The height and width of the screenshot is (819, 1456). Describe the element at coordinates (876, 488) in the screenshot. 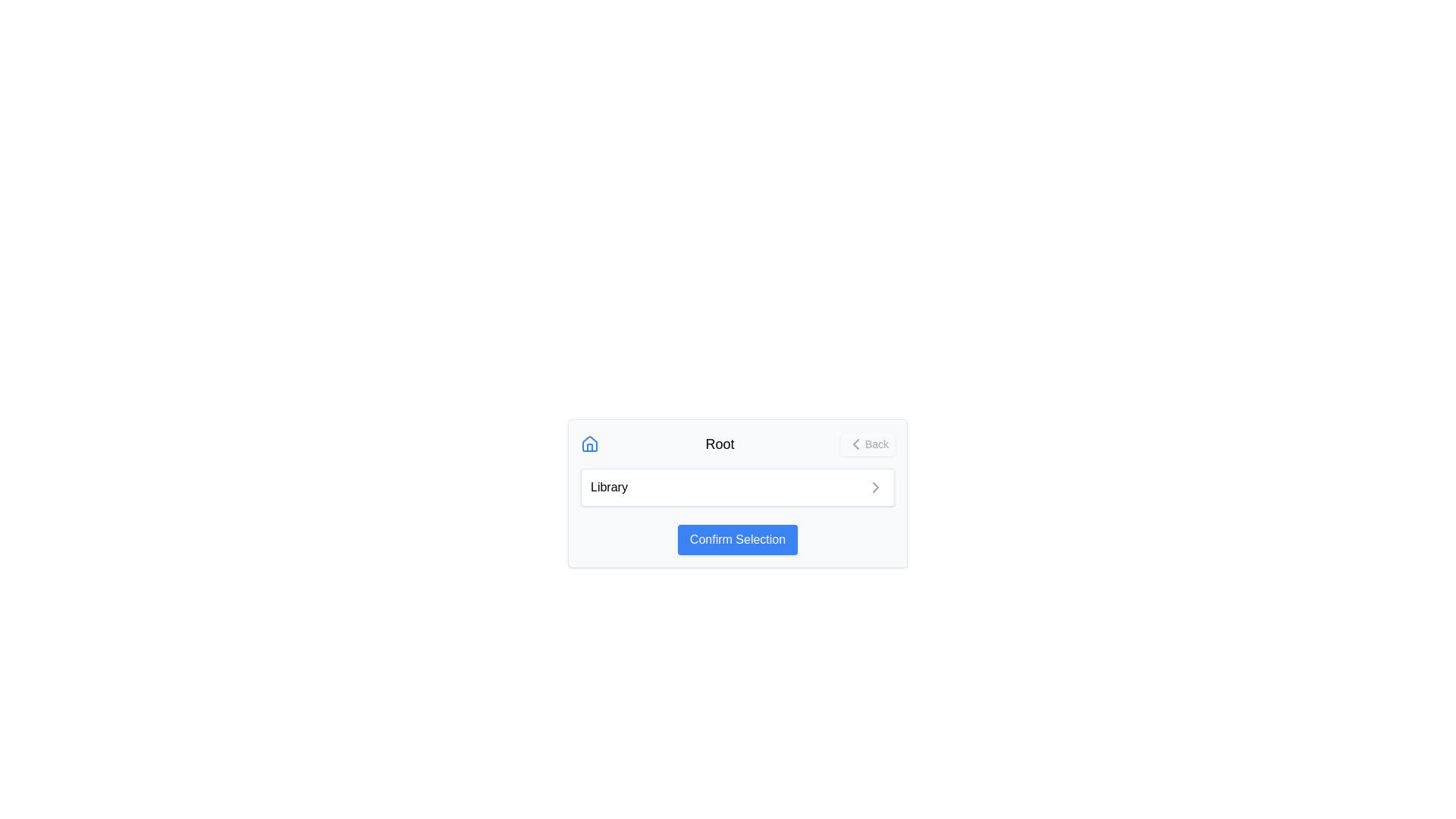

I see `the chevron icon located next to the 'Library' label at the bottom central part of the display` at that location.